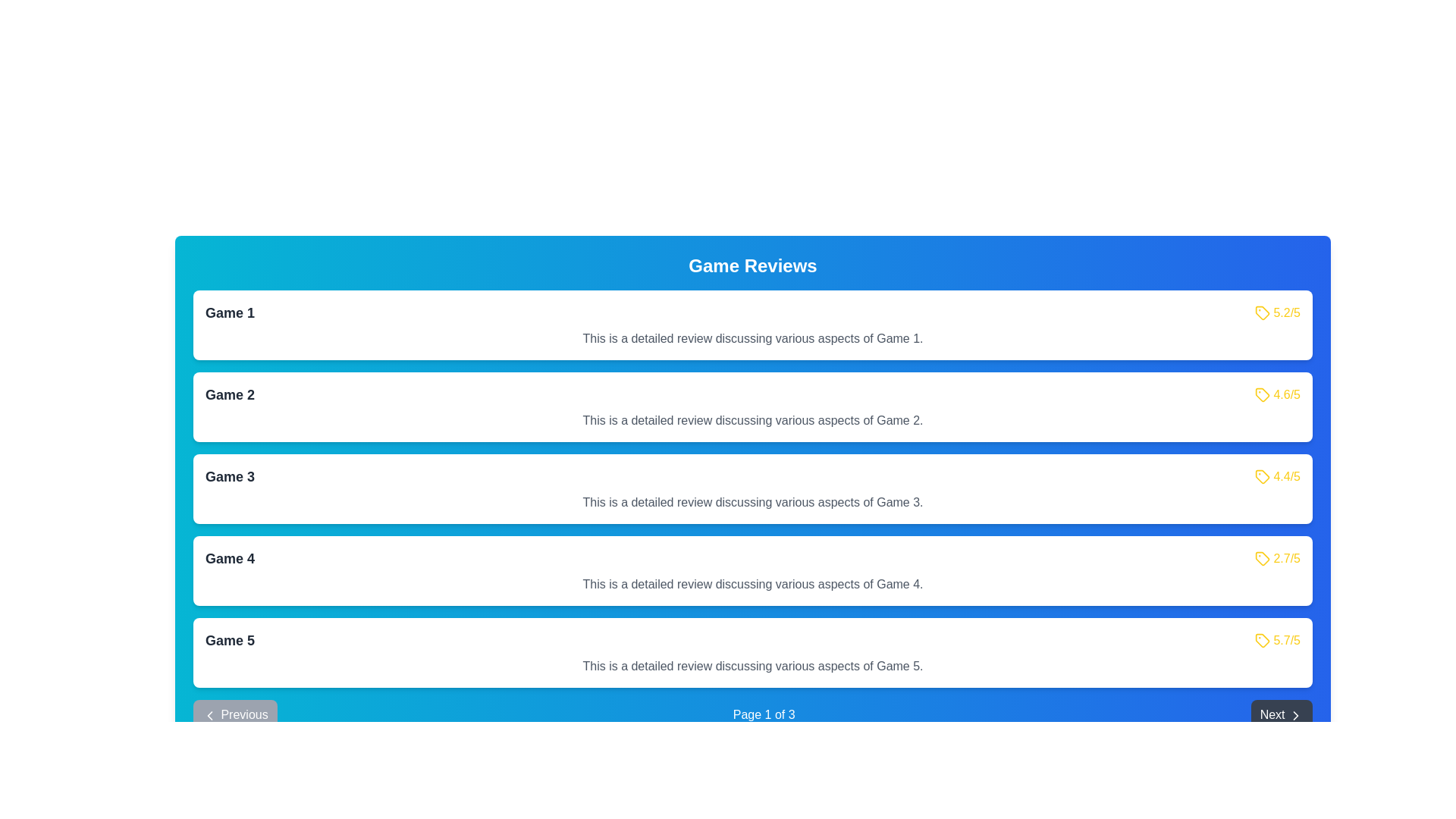 The height and width of the screenshot is (819, 1456). Describe the element at coordinates (1277, 640) in the screenshot. I see `rating value from the compact rating label displaying '5.7/5' with a yellow tag-shaped icon, located on the last row of game reviews aligned to the right alongside 'Game 5'` at that location.